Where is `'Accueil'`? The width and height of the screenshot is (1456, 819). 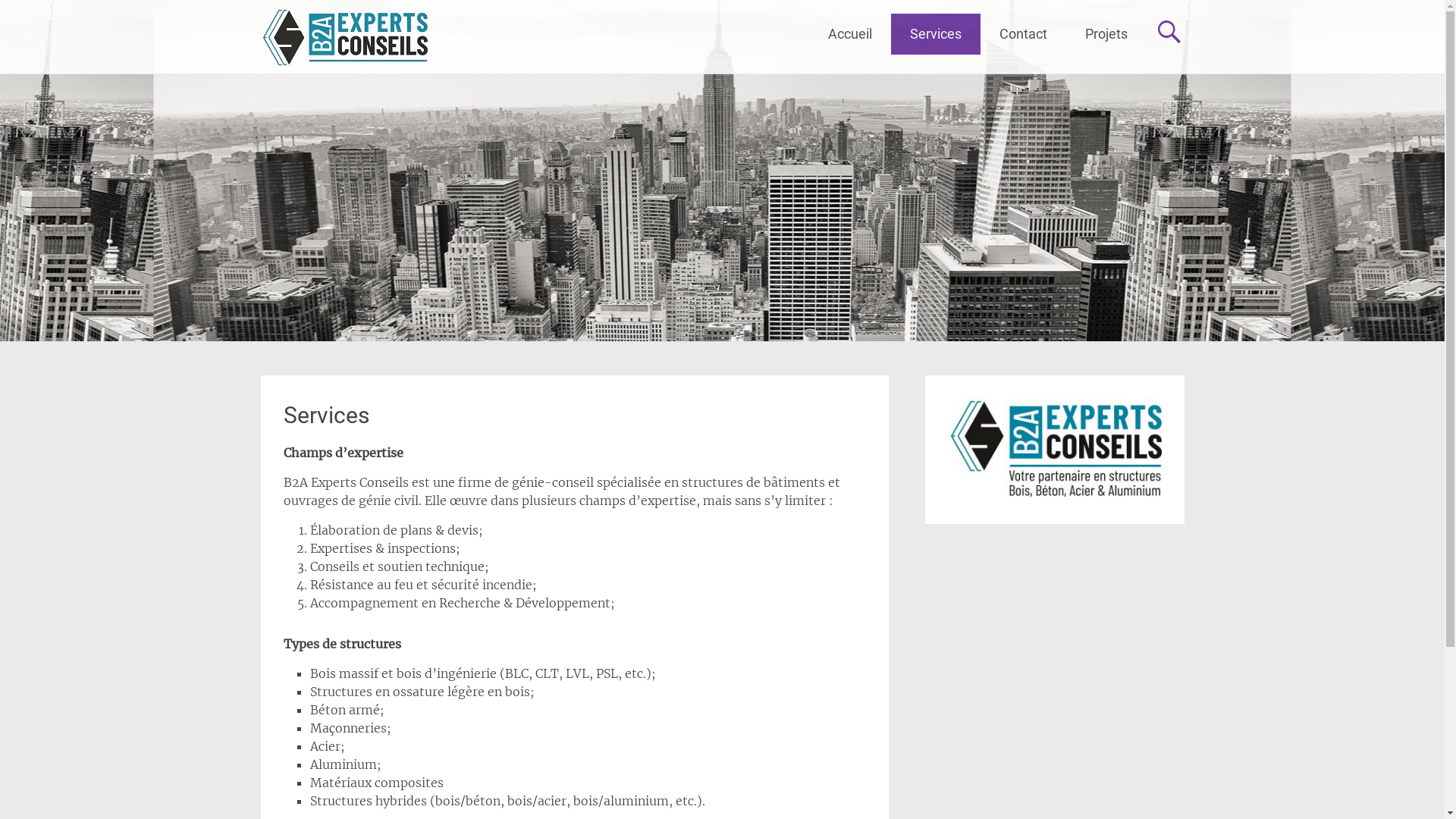
'Accueil' is located at coordinates (848, 34).